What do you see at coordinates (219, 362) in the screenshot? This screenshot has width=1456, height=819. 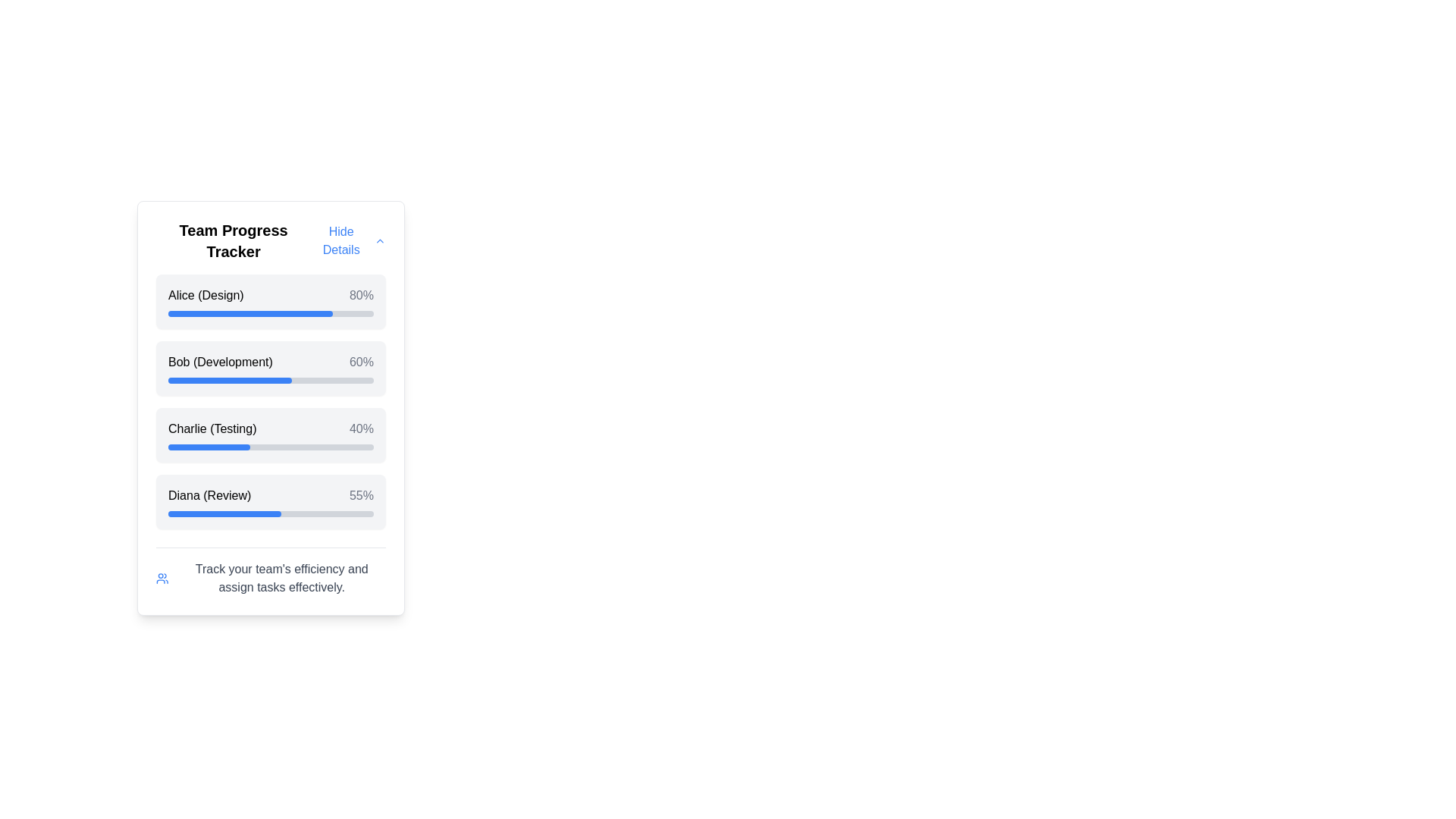 I see `the text label displaying 'Bob (Development)' in the 'Team Progress Tracker' list, positioned between 'Alice (Design)' and 'Charlie (Testing)'` at bounding box center [219, 362].